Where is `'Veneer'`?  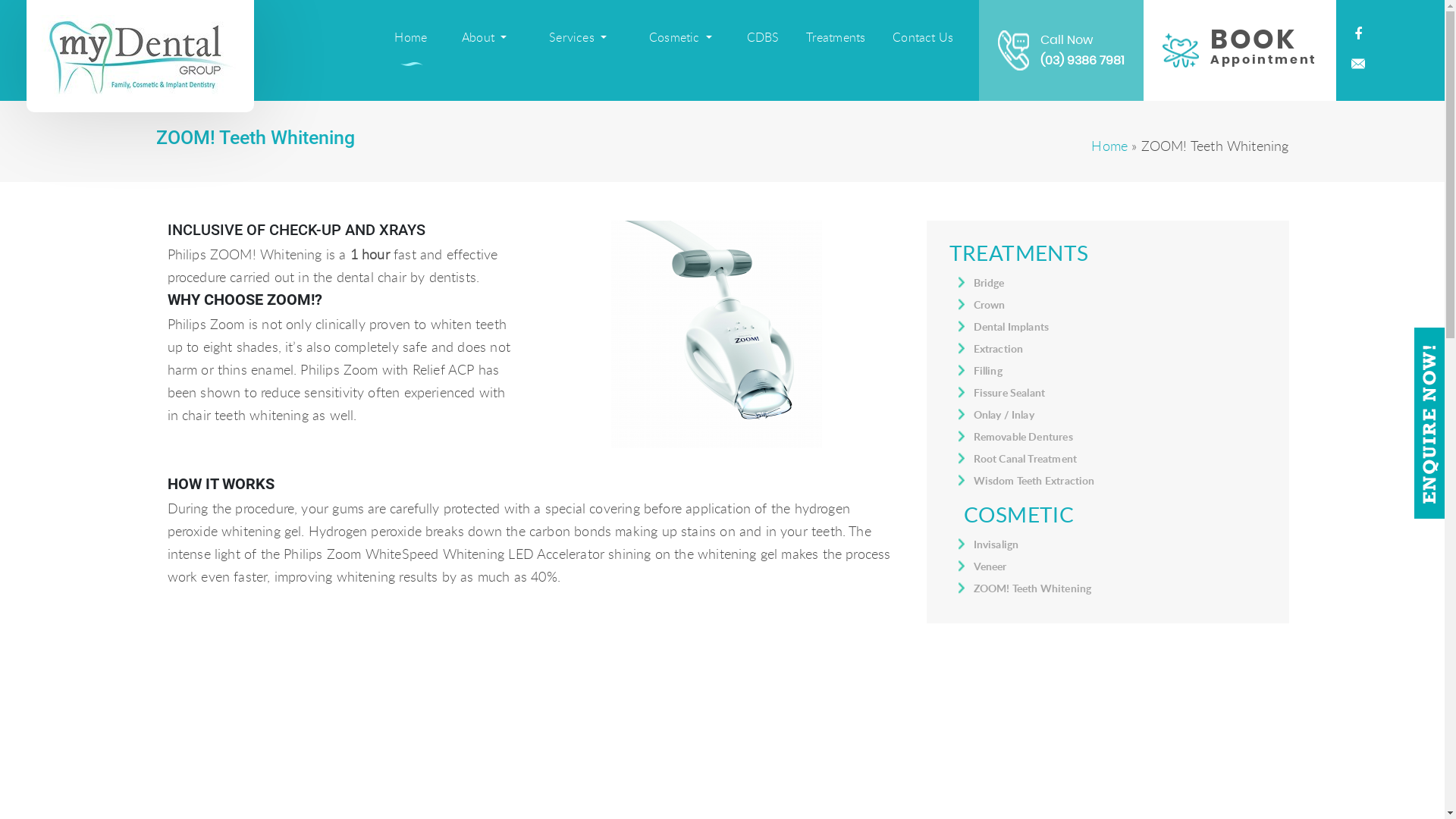
'Veneer' is located at coordinates (990, 566).